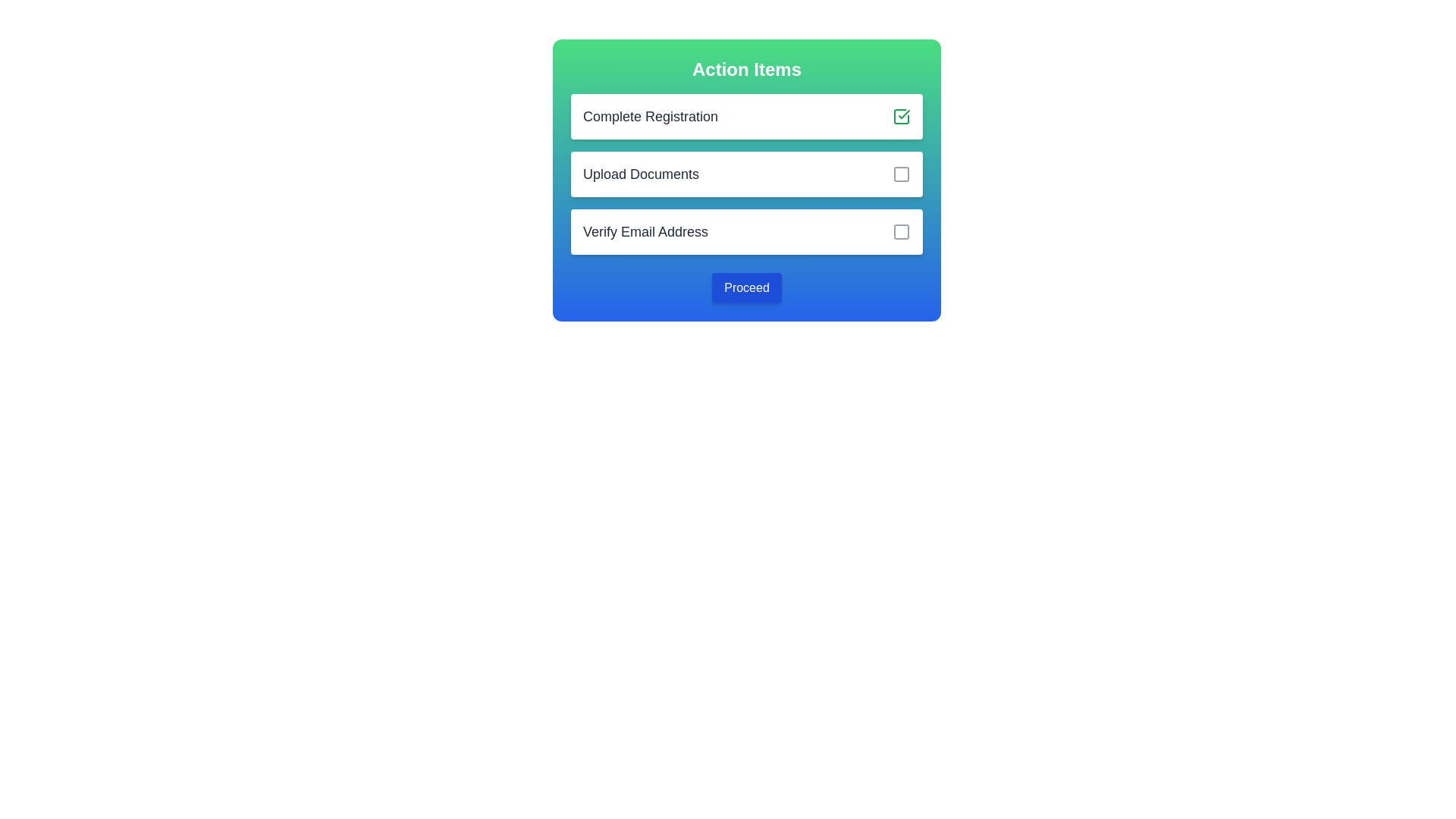 The image size is (1456, 819). Describe the element at coordinates (902, 174) in the screenshot. I see `the interactive square icon with rounded corners located to the right of the 'Upload Documents' text` at that location.